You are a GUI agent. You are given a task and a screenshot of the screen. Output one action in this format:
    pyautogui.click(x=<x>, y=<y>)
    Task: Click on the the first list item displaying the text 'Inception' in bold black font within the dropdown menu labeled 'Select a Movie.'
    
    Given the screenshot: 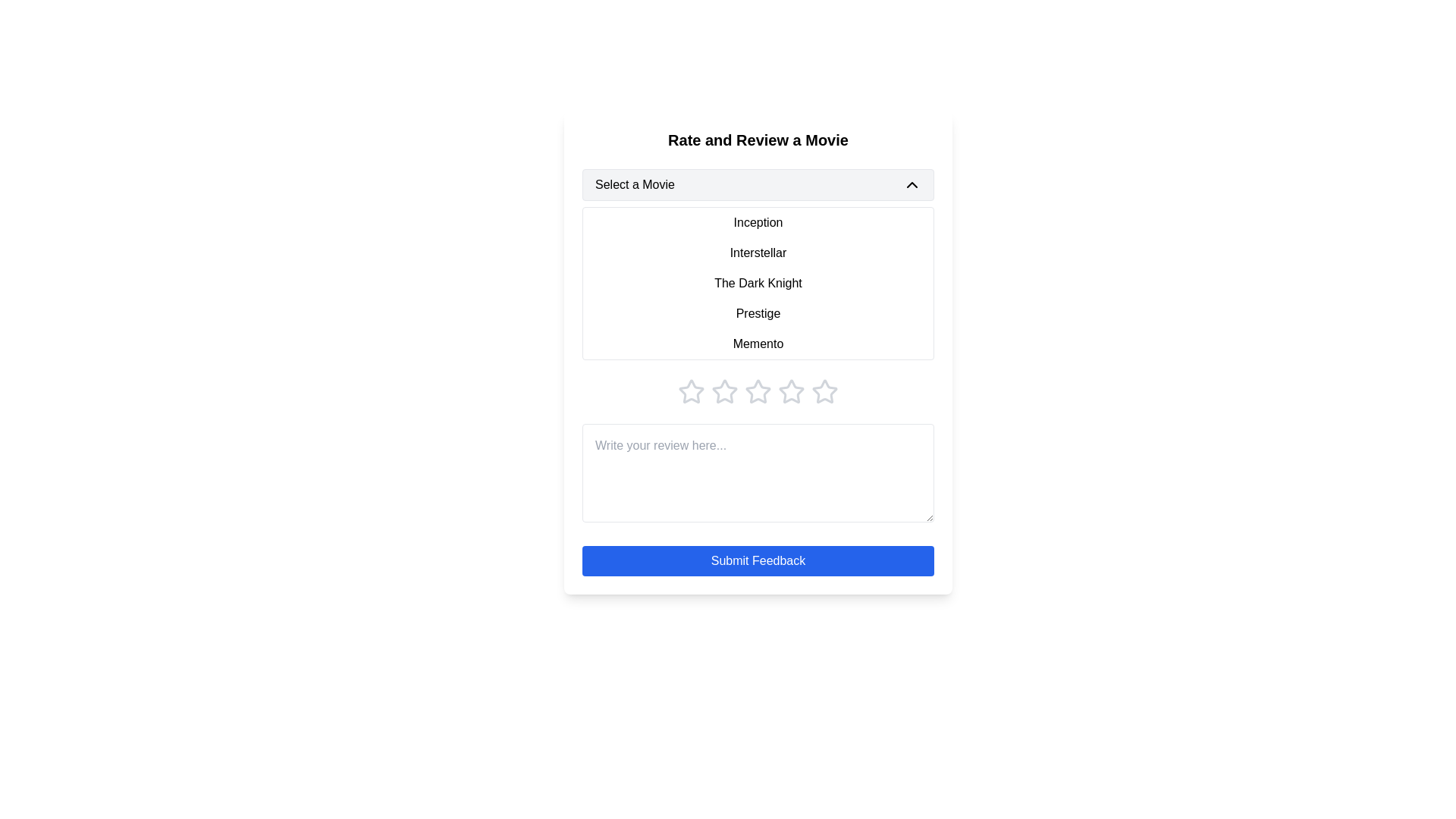 What is the action you would take?
    pyautogui.click(x=758, y=222)
    